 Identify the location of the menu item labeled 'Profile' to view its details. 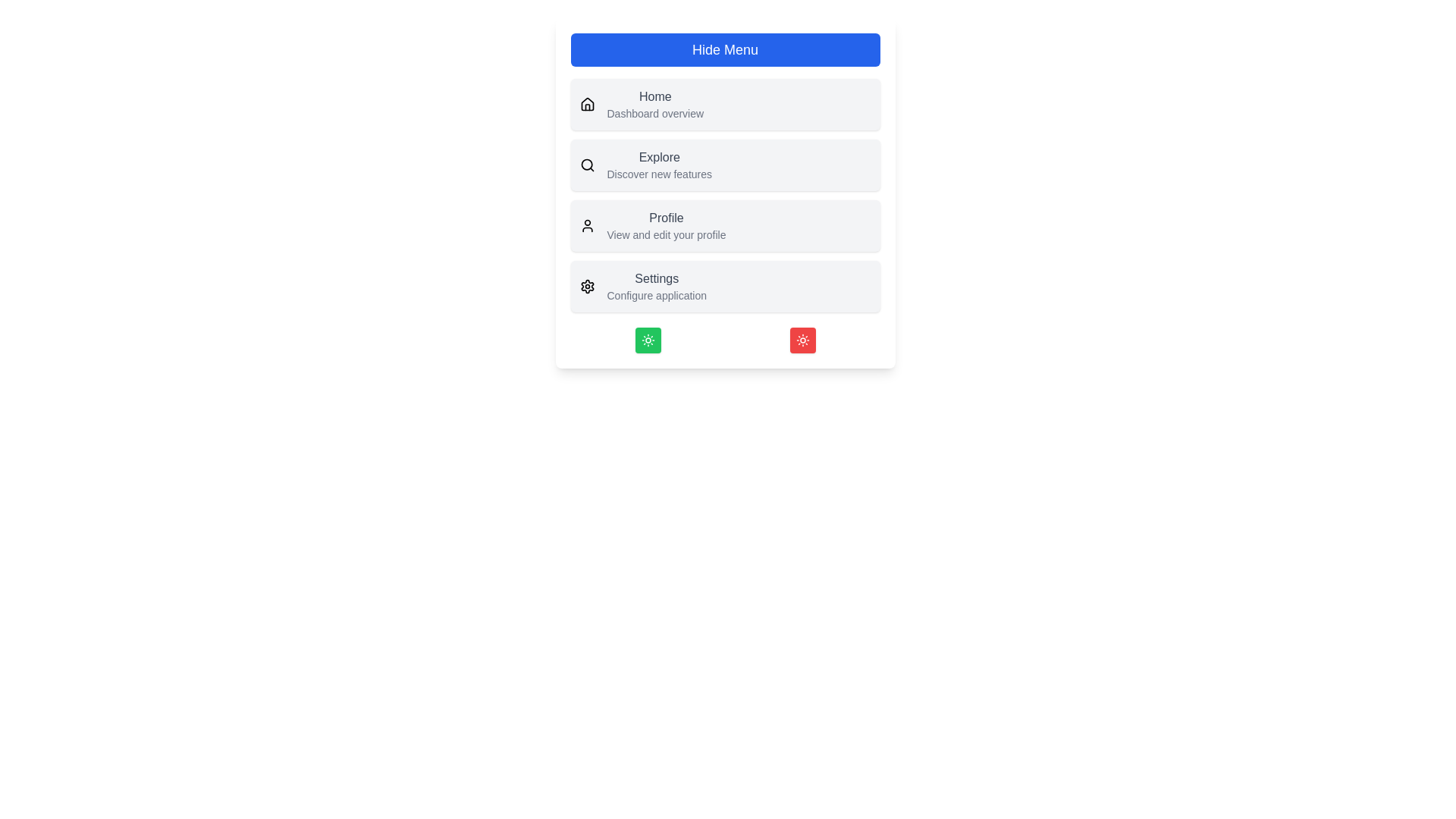
(666, 218).